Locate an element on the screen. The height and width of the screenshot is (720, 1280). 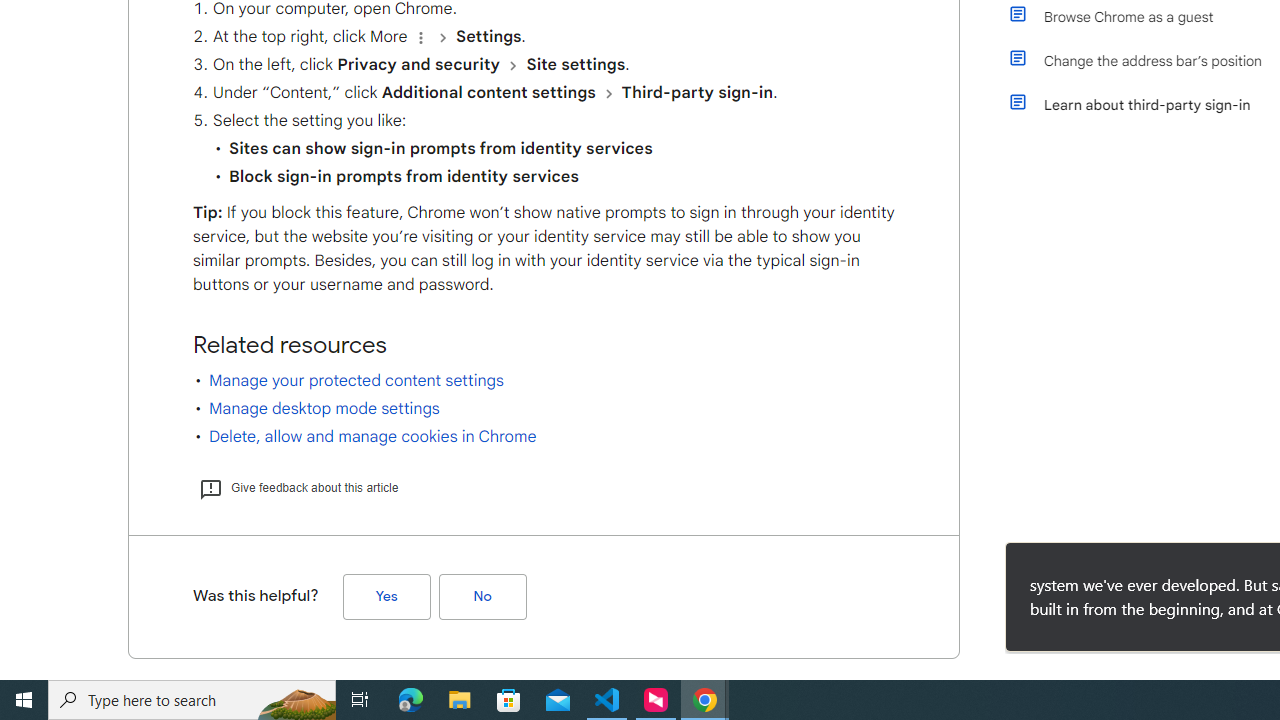
'No (Was this helpful?)' is located at coordinates (482, 595).